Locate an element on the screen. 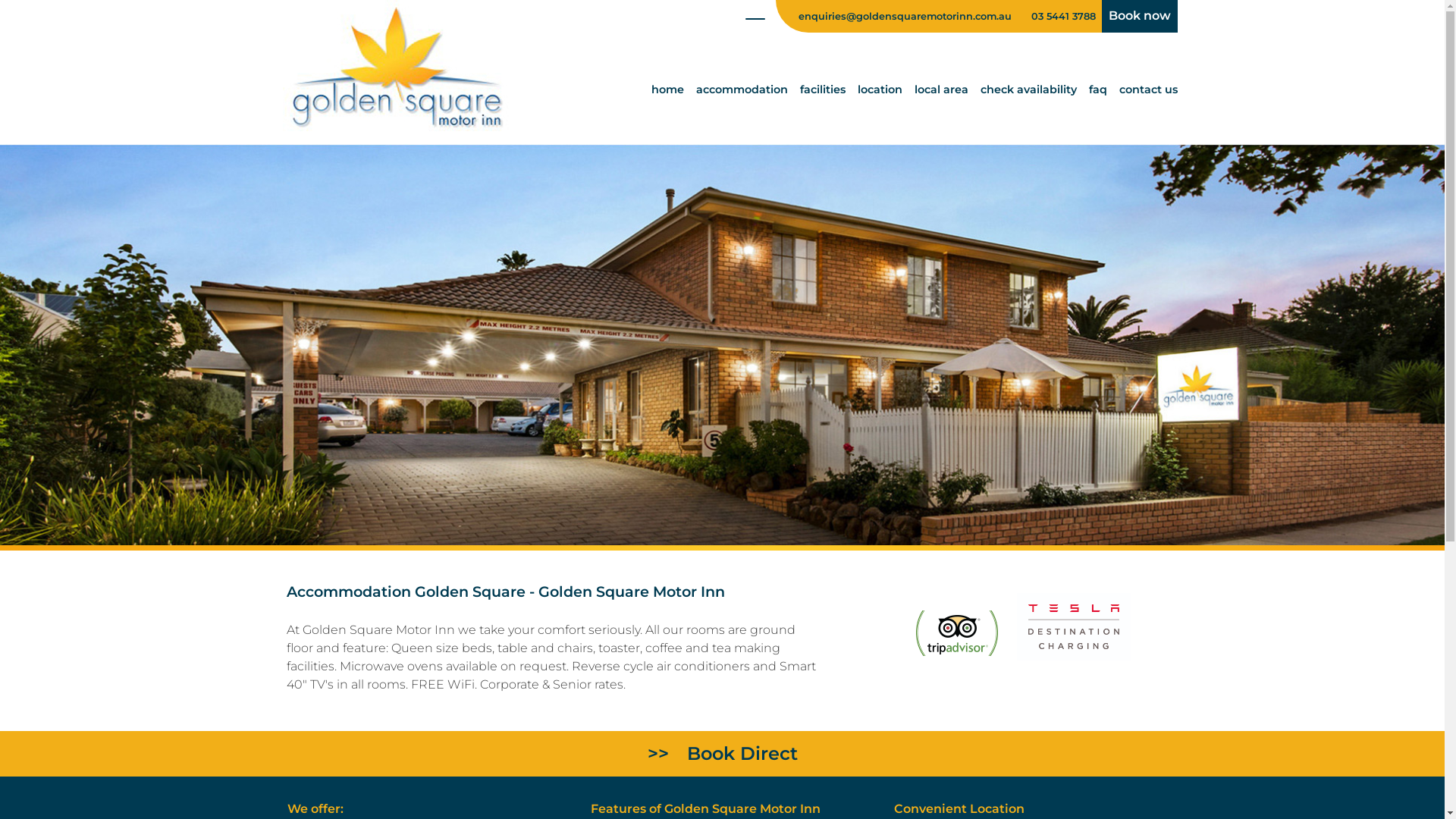  'Book Direct' is located at coordinates (720, 754).